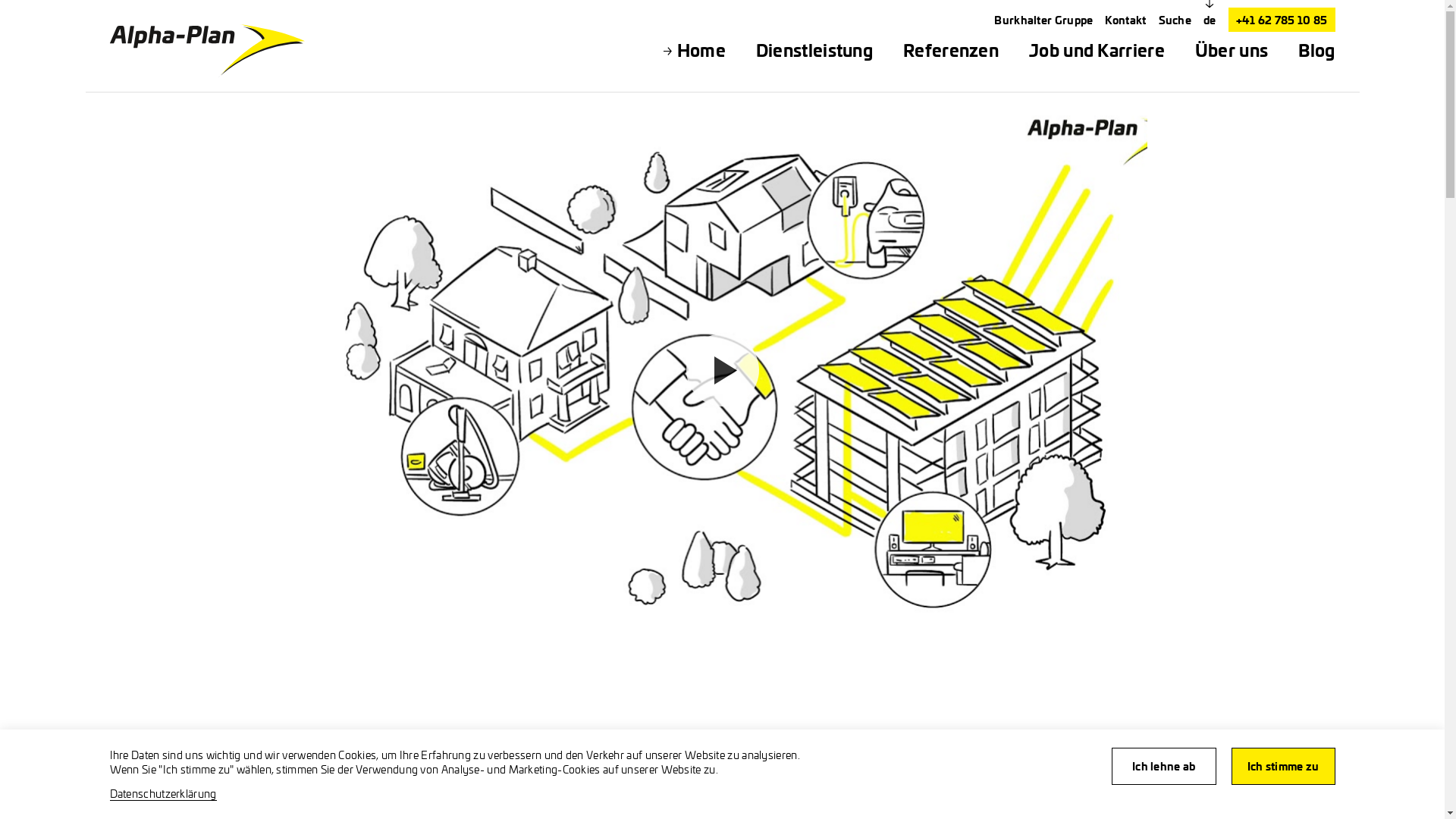  What do you see at coordinates (814, 49) in the screenshot?
I see `'Dienstleistung'` at bounding box center [814, 49].